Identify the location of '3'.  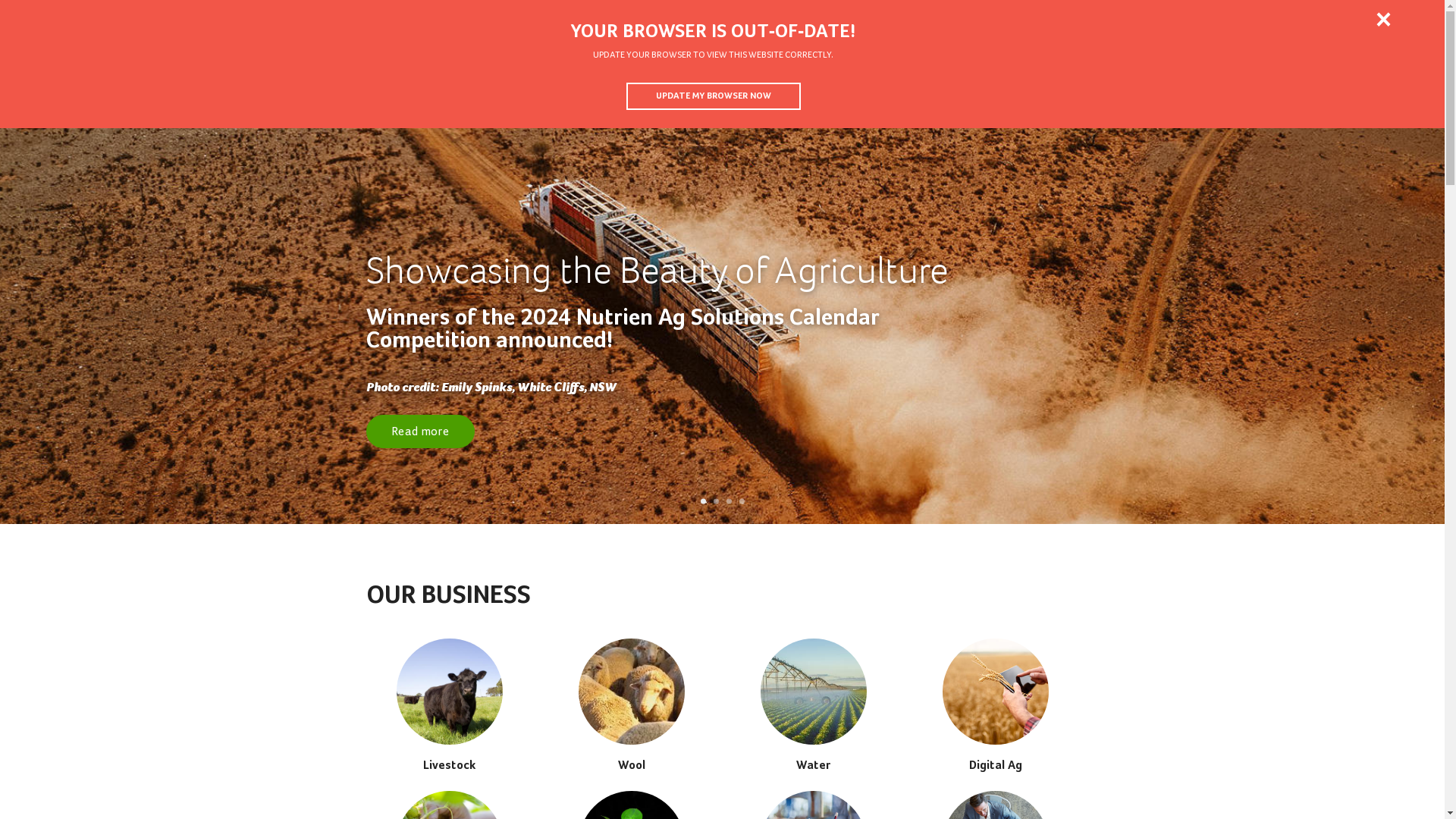
(729, 501).